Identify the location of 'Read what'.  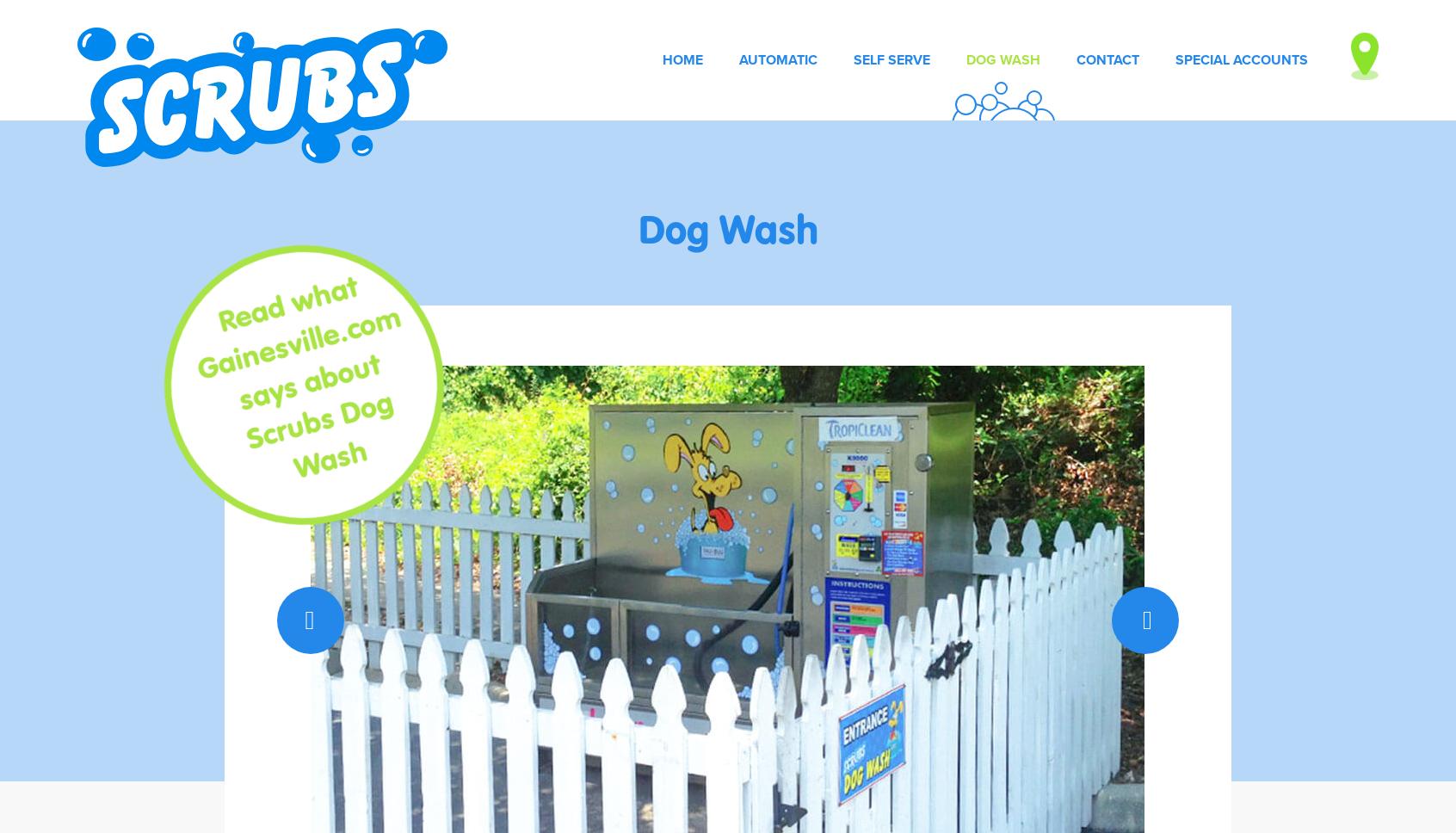
(287, 302).